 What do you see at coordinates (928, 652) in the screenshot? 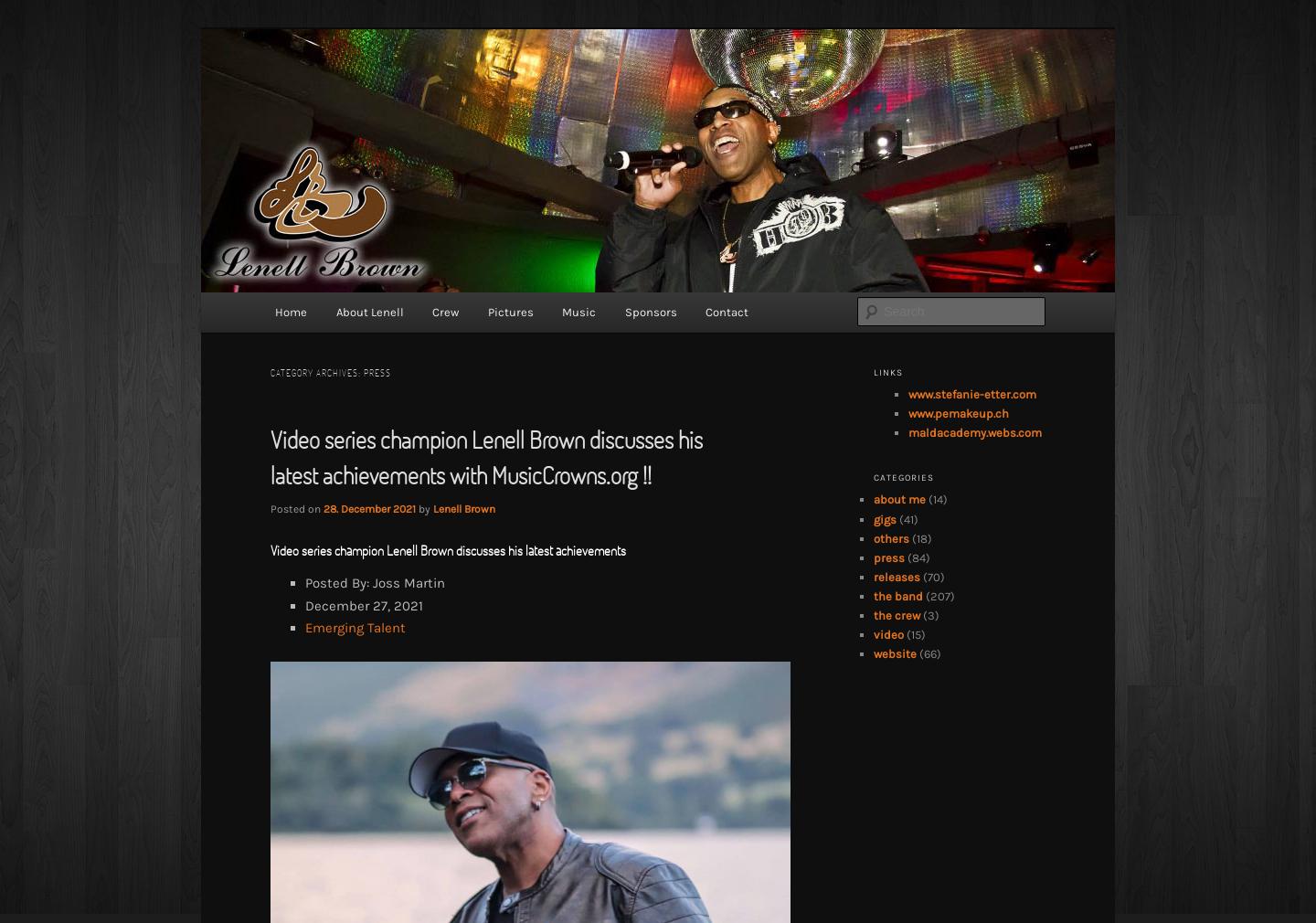
I see `'(66)'` at bounding box center [928, 652].